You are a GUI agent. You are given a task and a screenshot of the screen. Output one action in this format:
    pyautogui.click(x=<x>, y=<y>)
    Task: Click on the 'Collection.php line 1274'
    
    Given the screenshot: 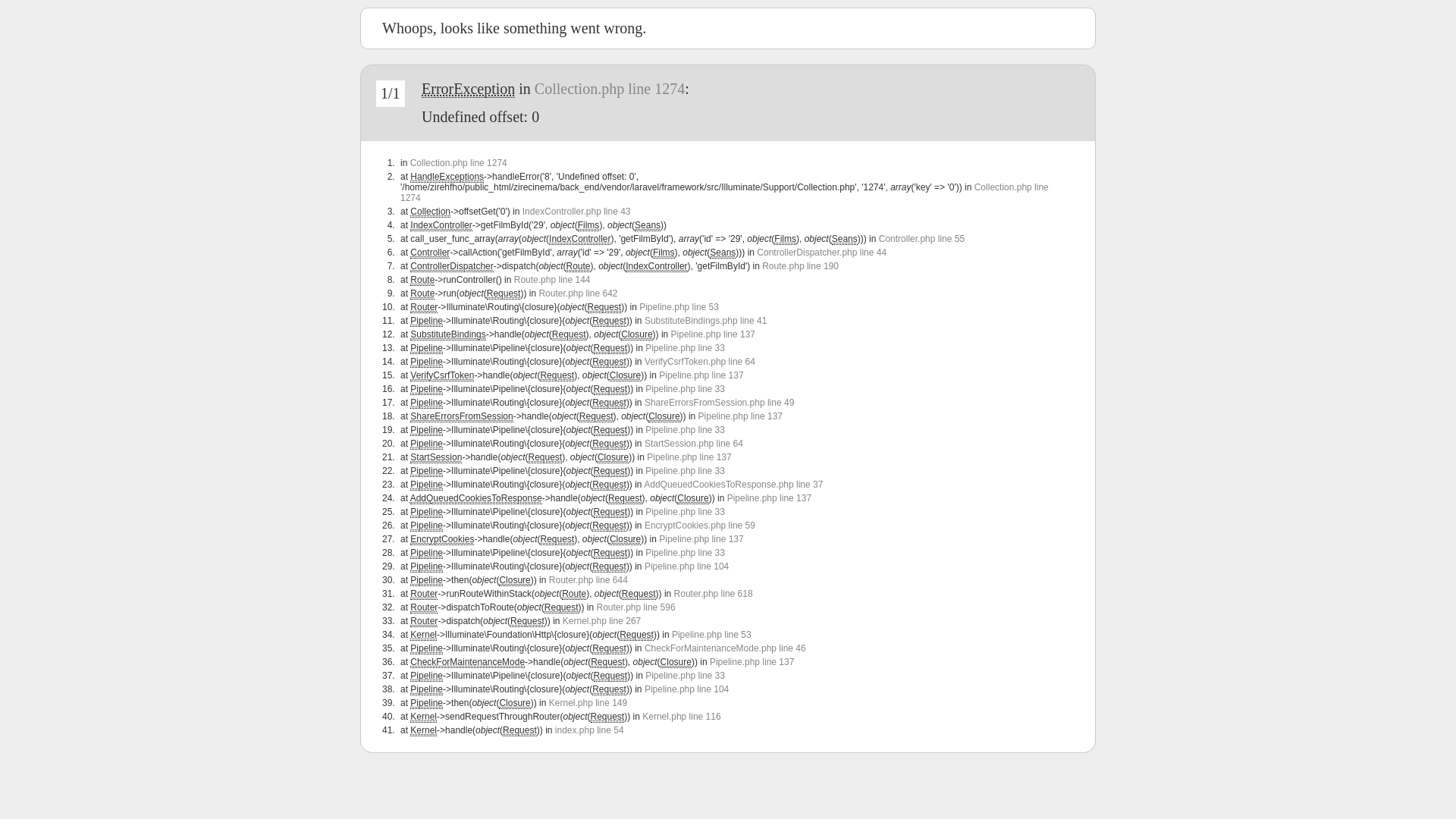 What is the action you would take?
    pyautogui.click(x=410, y=163)
    